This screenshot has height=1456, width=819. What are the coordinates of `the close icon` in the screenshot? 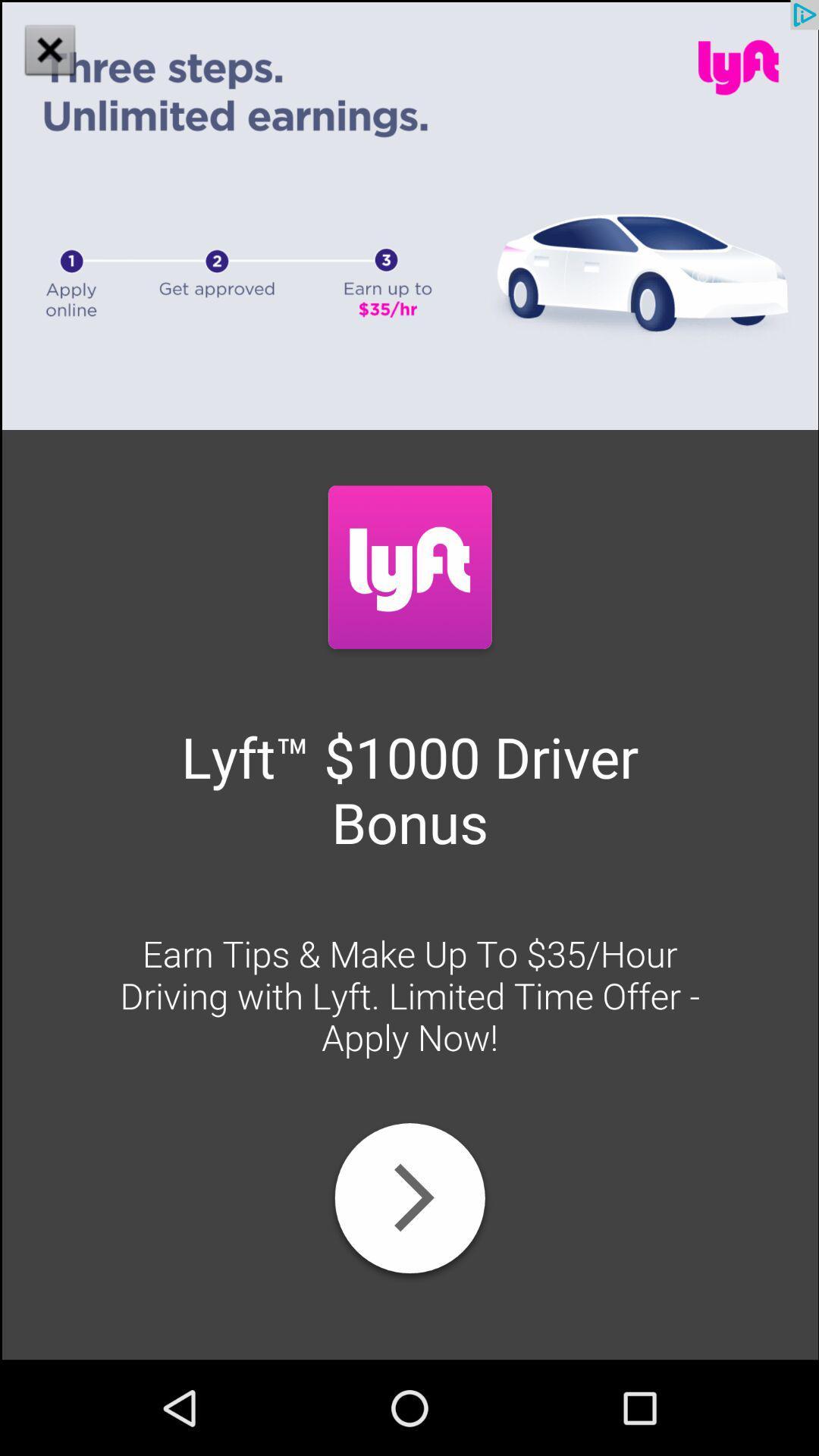 It's located at (49, 53).